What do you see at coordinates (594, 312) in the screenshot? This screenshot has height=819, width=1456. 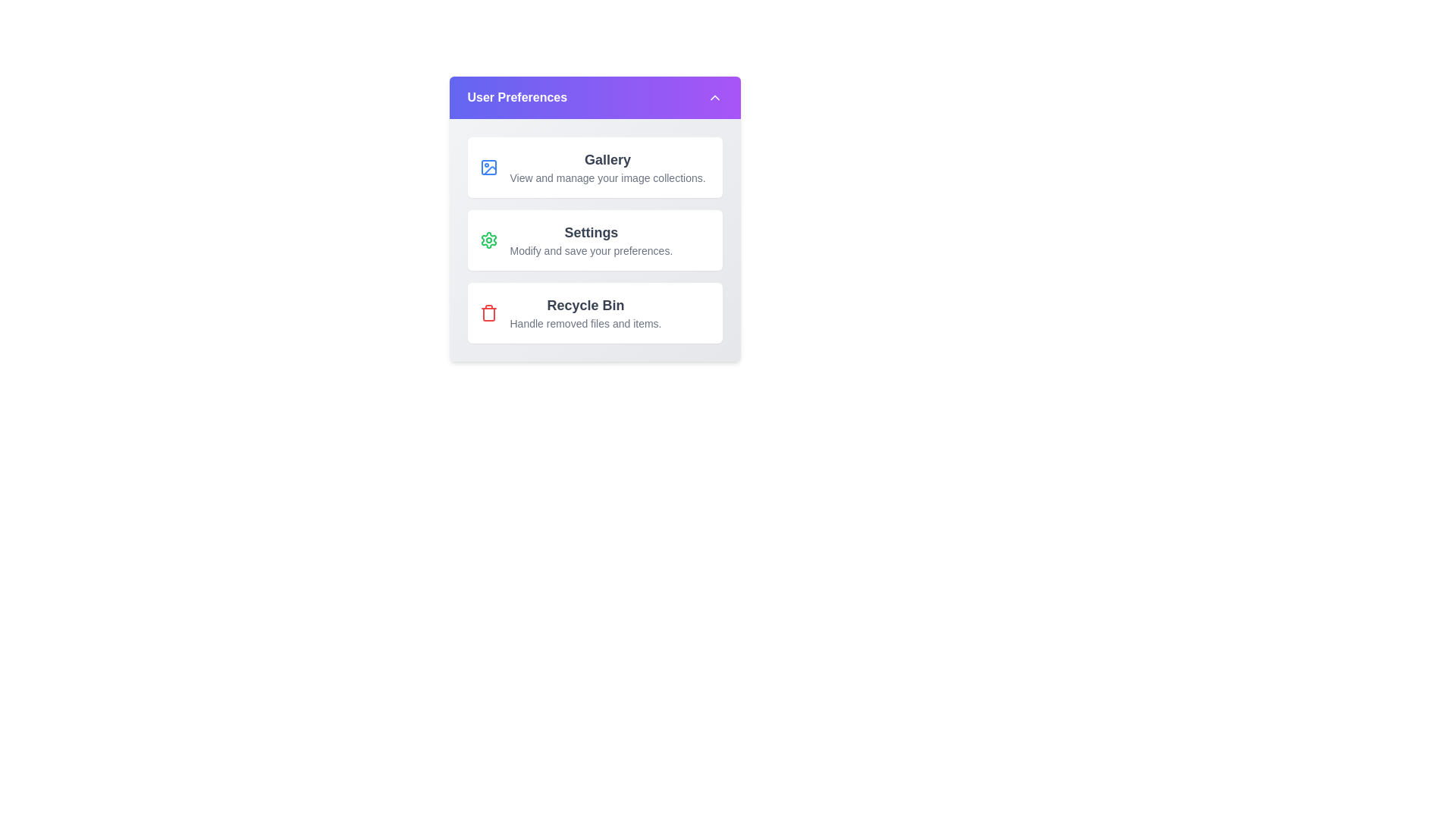 I see `the preference item Recycle Bin` at bounding box center [594, 312].